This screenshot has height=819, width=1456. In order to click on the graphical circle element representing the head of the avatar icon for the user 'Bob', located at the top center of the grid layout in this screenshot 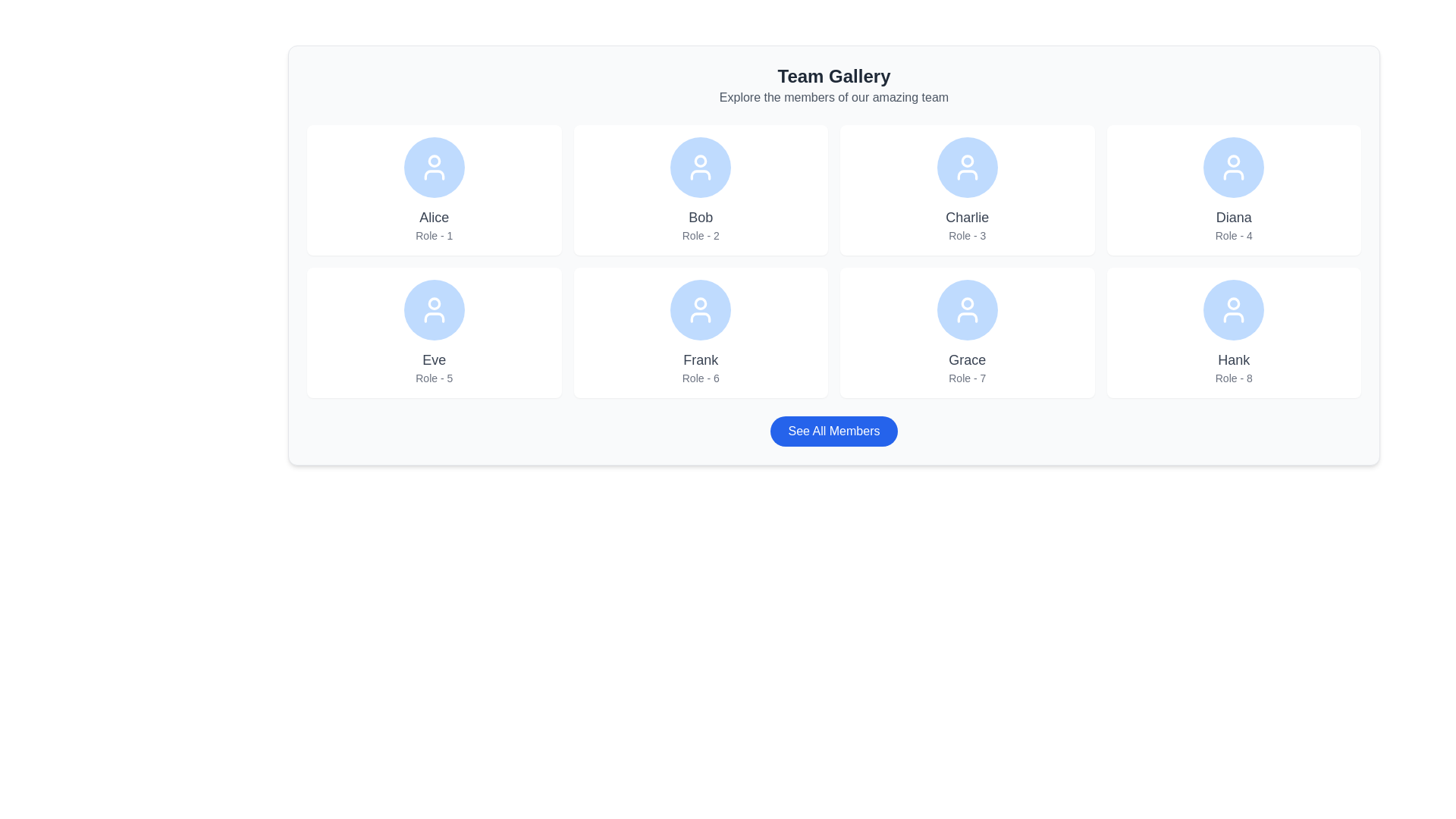, I will do `click(700, 161)`.